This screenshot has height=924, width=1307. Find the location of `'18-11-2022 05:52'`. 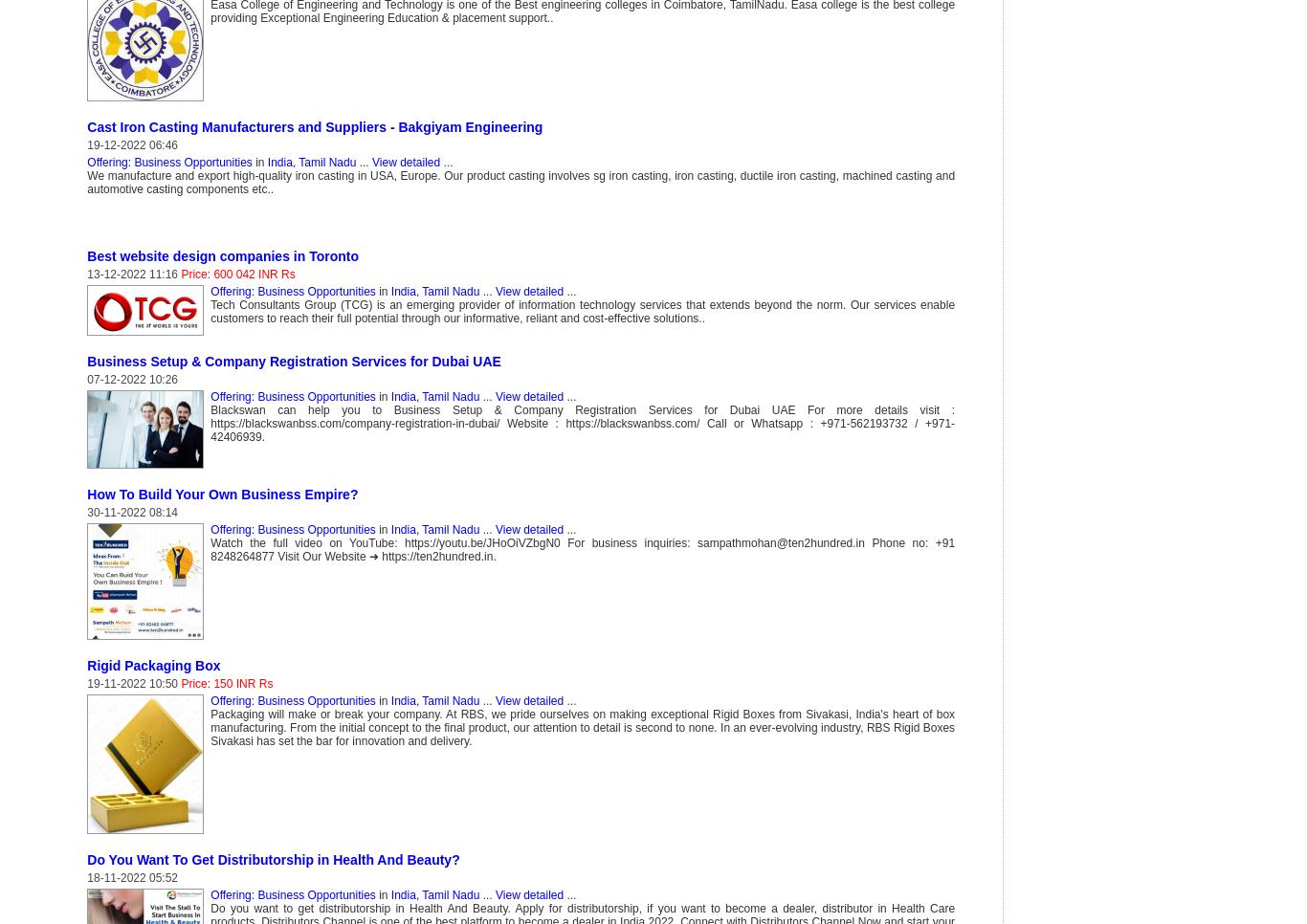

'18-11-2022 05:52' is located at coordinates (131, 876).